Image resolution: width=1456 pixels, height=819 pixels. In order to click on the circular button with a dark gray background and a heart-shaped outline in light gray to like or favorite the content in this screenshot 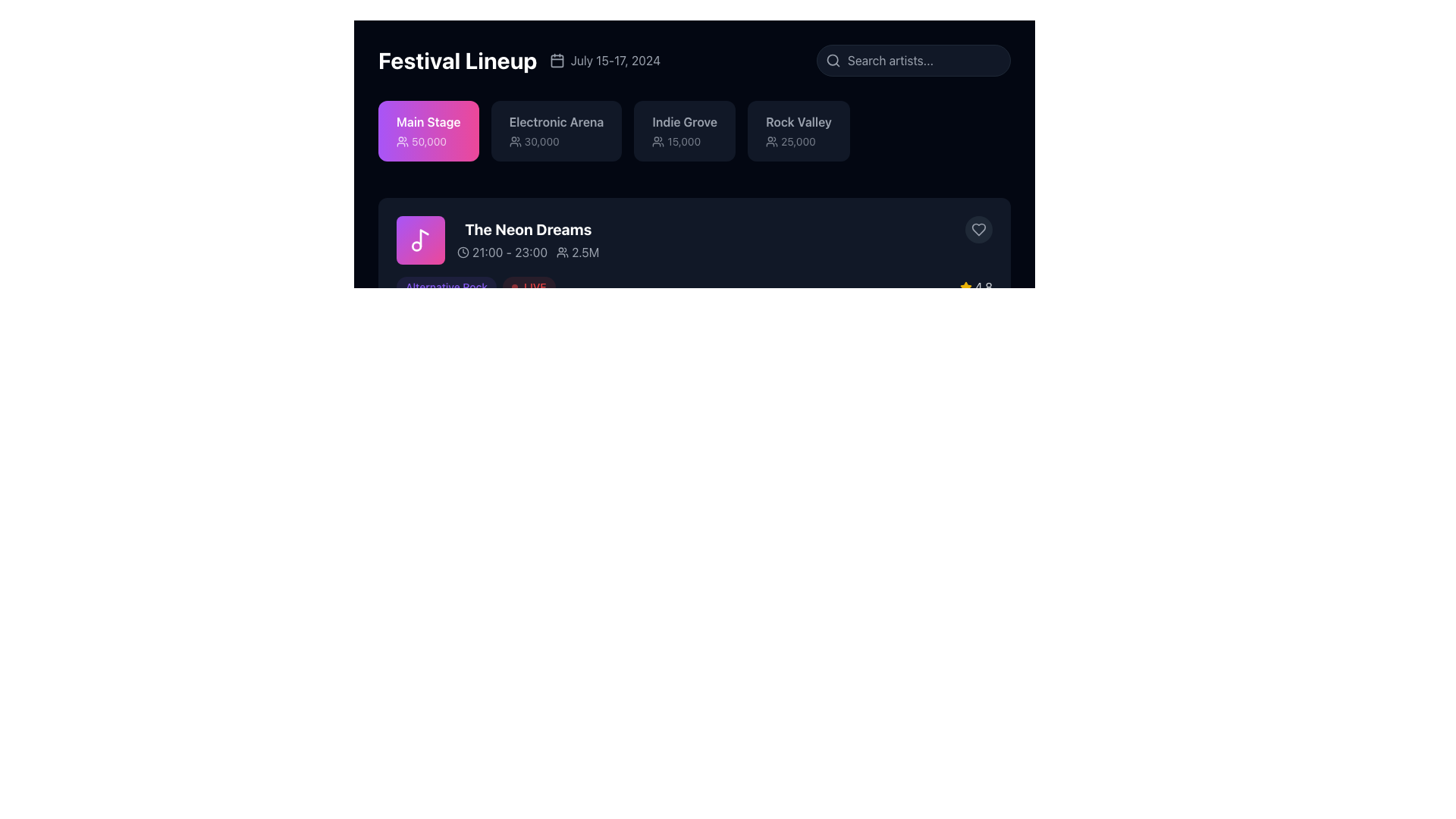, I will do `click(979, 230)`.